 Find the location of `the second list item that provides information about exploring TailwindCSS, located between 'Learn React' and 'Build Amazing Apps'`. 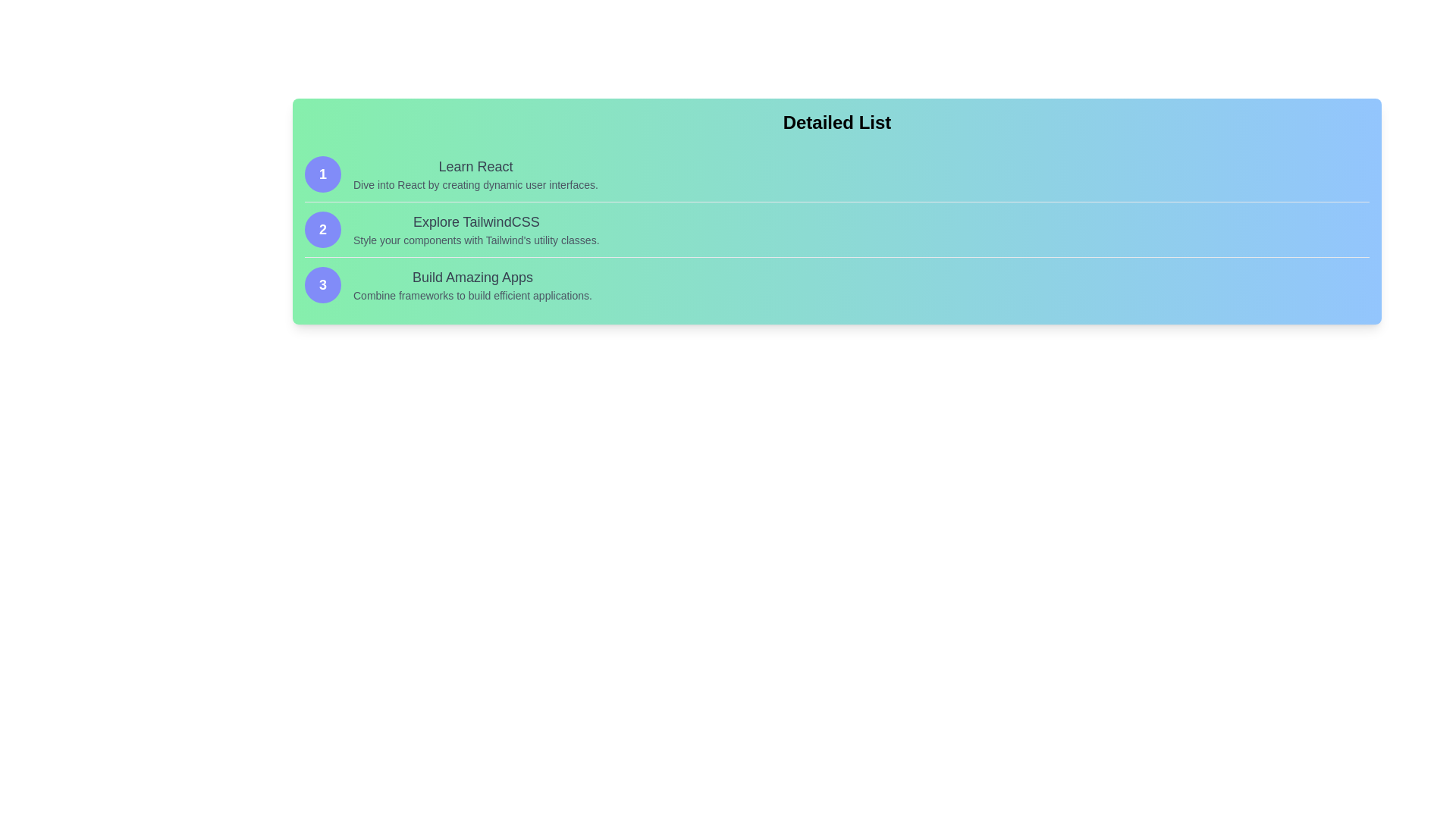

the second list item that provides information about exploring TailwindCSS, located between 'Learn React' and 'Build Amazing Apps' is located at coordinates (836, 229).